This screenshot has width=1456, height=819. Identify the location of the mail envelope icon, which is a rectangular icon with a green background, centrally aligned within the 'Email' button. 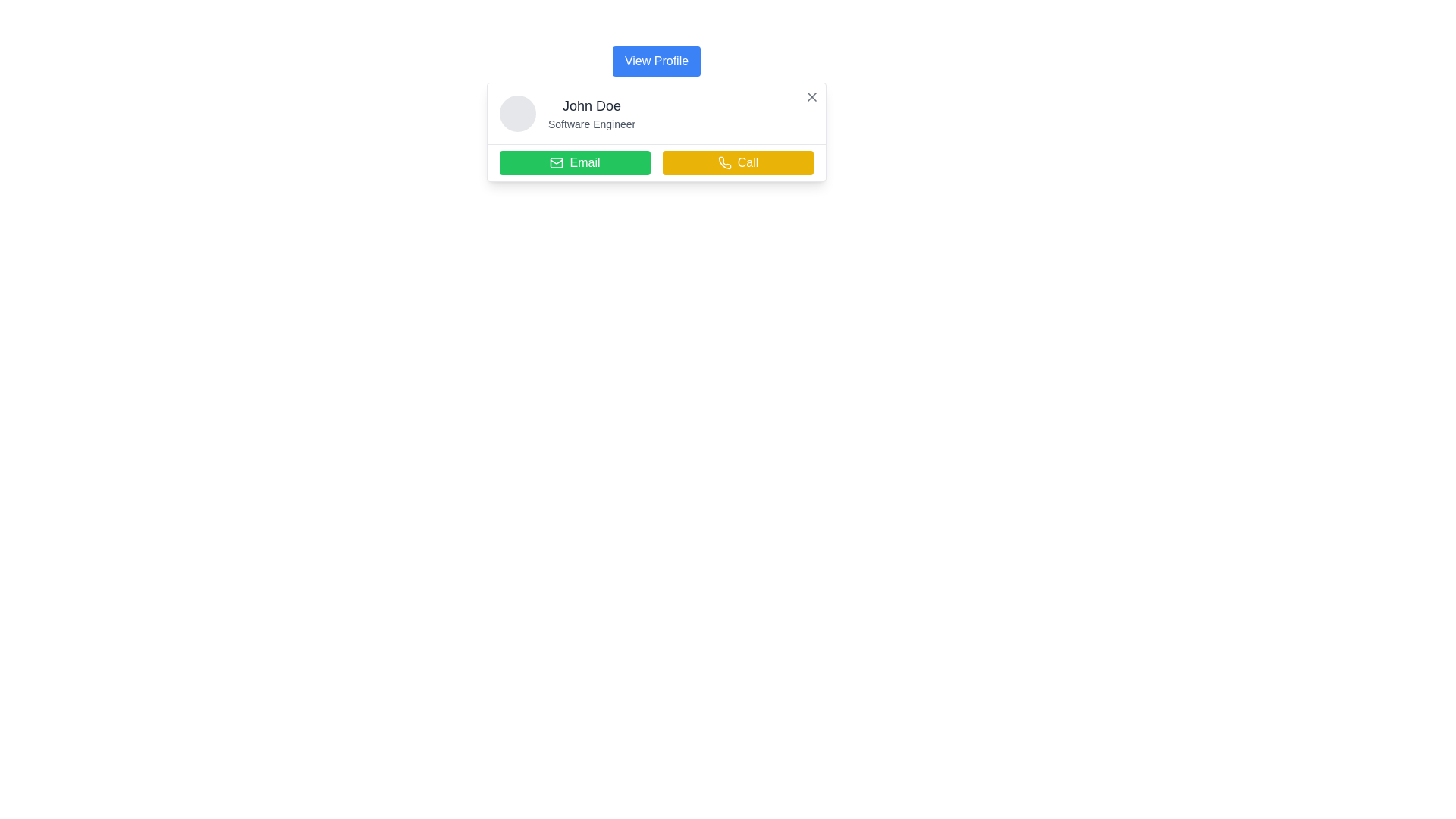
(556, 163).